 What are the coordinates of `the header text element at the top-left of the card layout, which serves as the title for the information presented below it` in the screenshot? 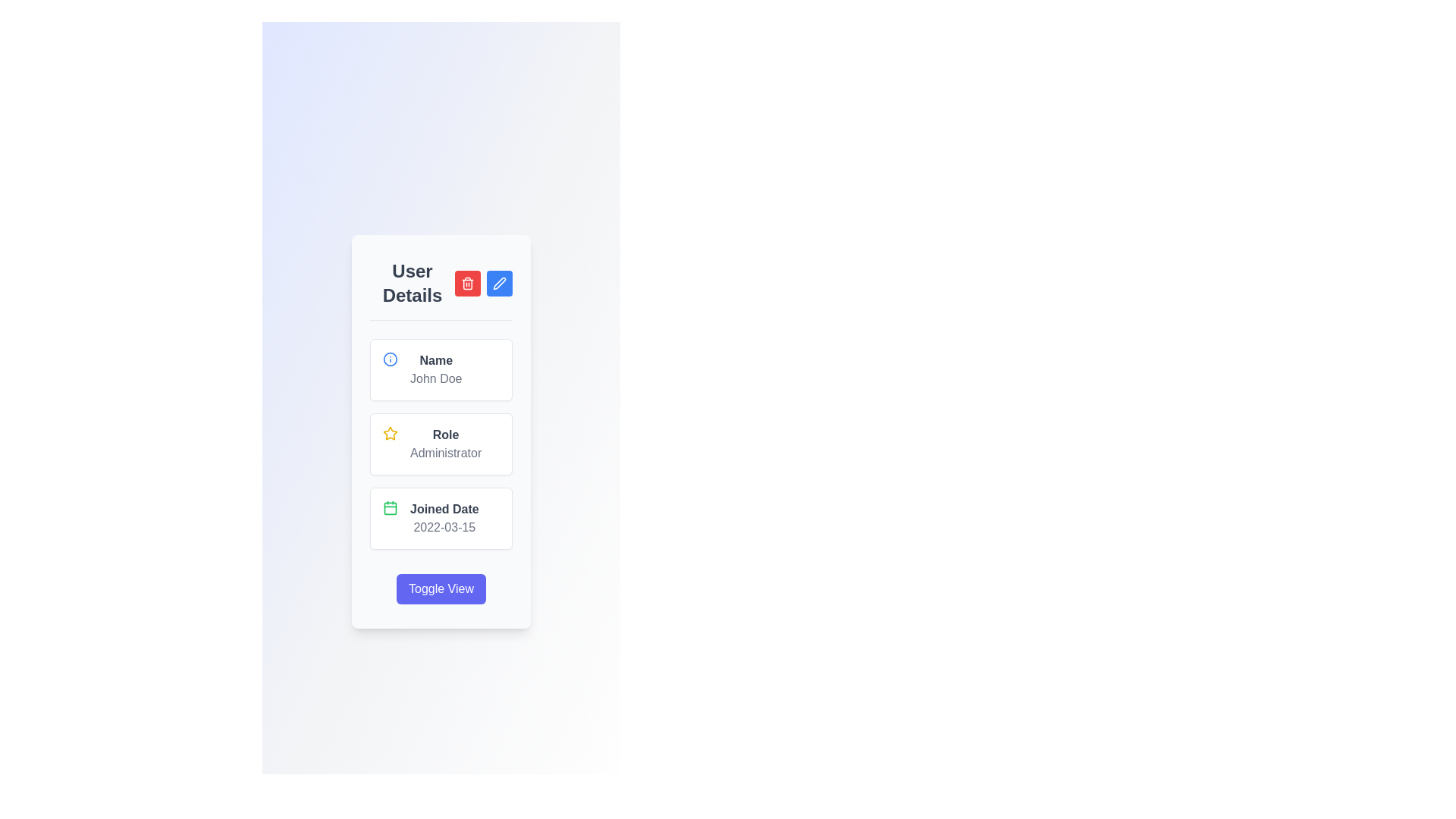 It's located at (412, 283).